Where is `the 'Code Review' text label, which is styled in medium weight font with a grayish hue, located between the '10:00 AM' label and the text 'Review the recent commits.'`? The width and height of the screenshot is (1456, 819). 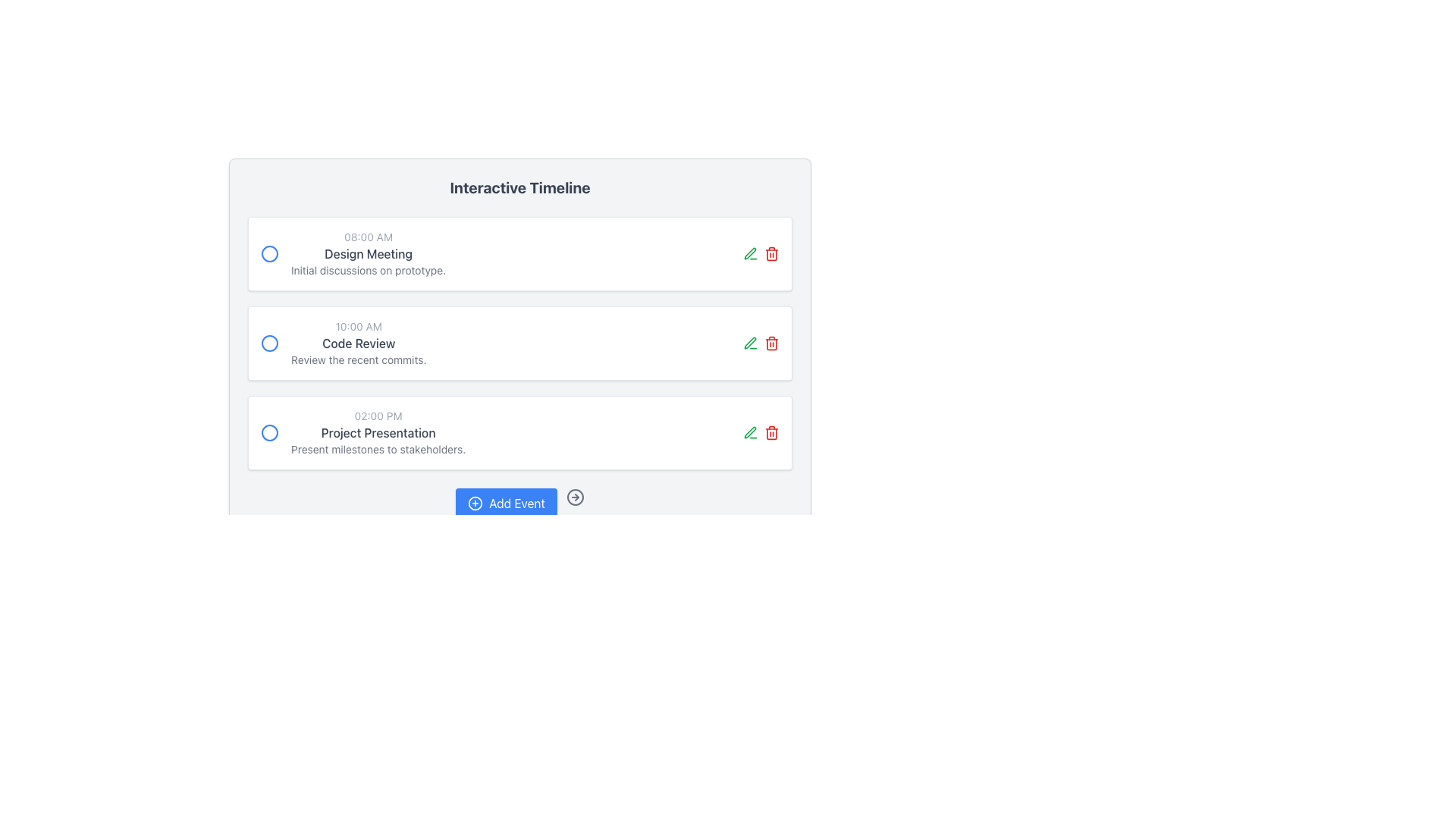 the 'Code Review' text label, which is styled in medium weight font with a grayish hue, located between the '10:00 AM' label and the text 'Review the recent commits.' is located at coordinates (358, 343).